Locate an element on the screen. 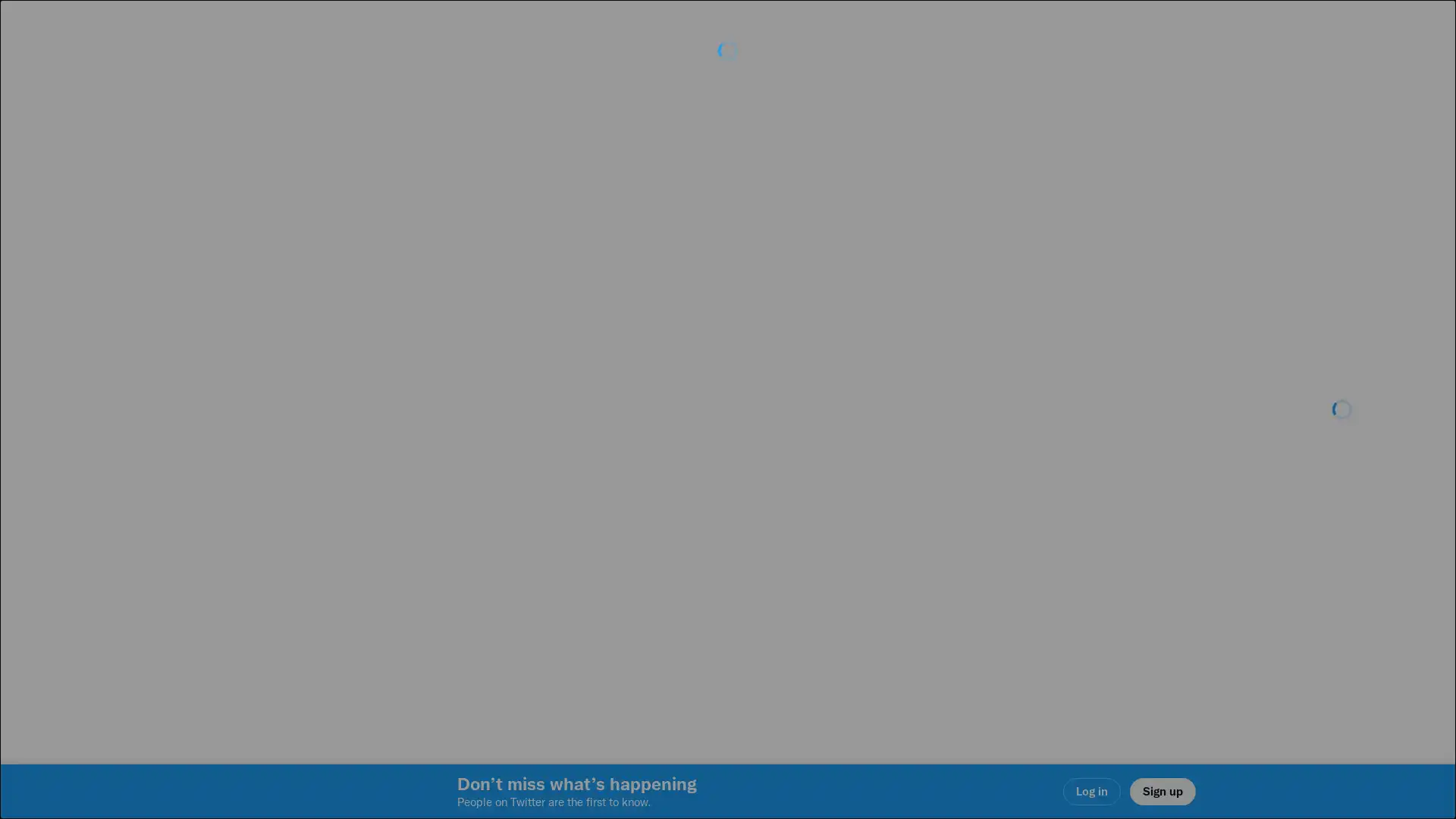 The width and height of the screenshot is (1456, 819). Sign up is located at coordinates (548, 516).